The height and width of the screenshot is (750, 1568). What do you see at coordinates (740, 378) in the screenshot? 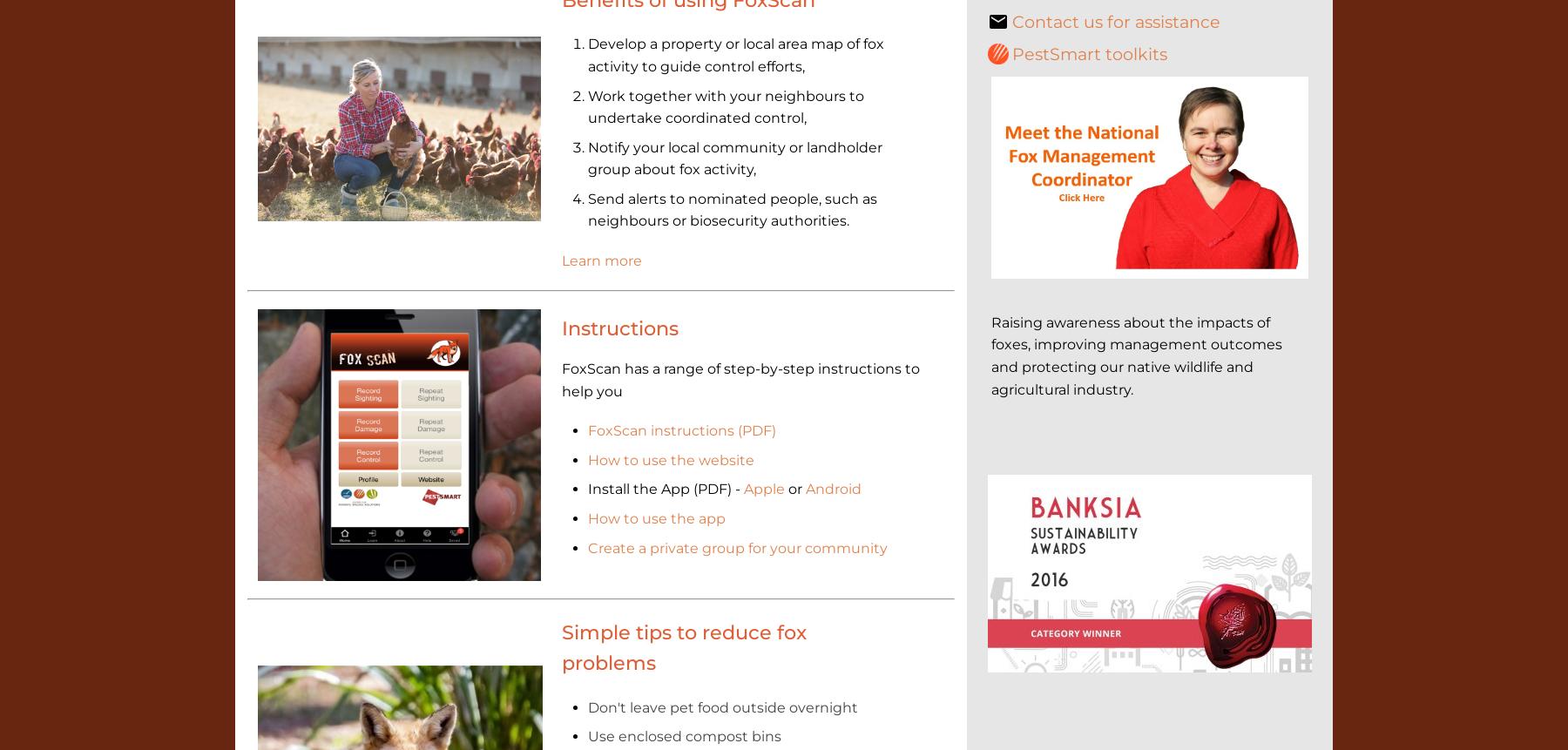
I see `'FoxScan has a range of step-by-step instructions to help you'` at bounding box center [740, 378].